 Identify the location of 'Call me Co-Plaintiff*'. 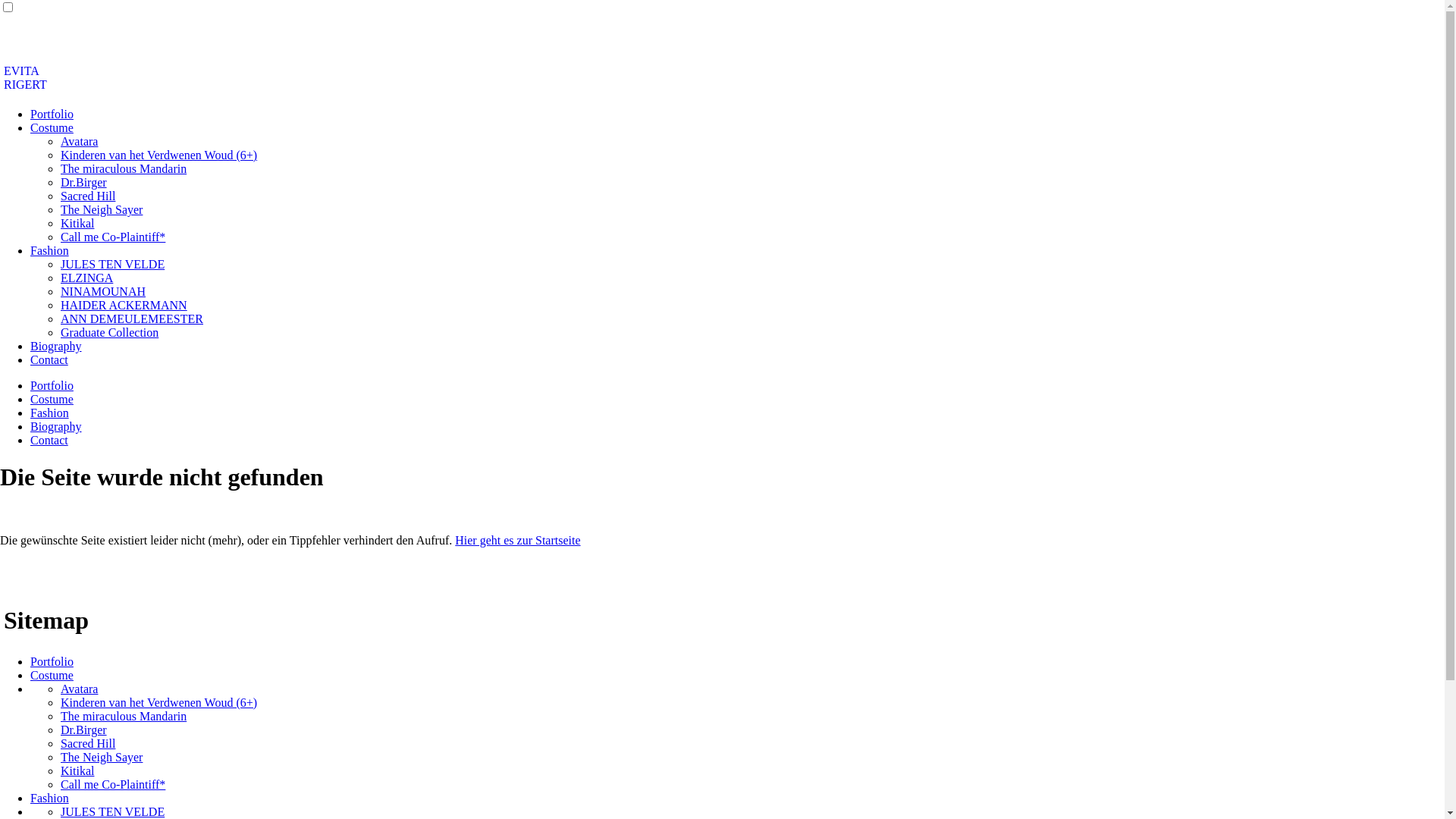
(111, 784).